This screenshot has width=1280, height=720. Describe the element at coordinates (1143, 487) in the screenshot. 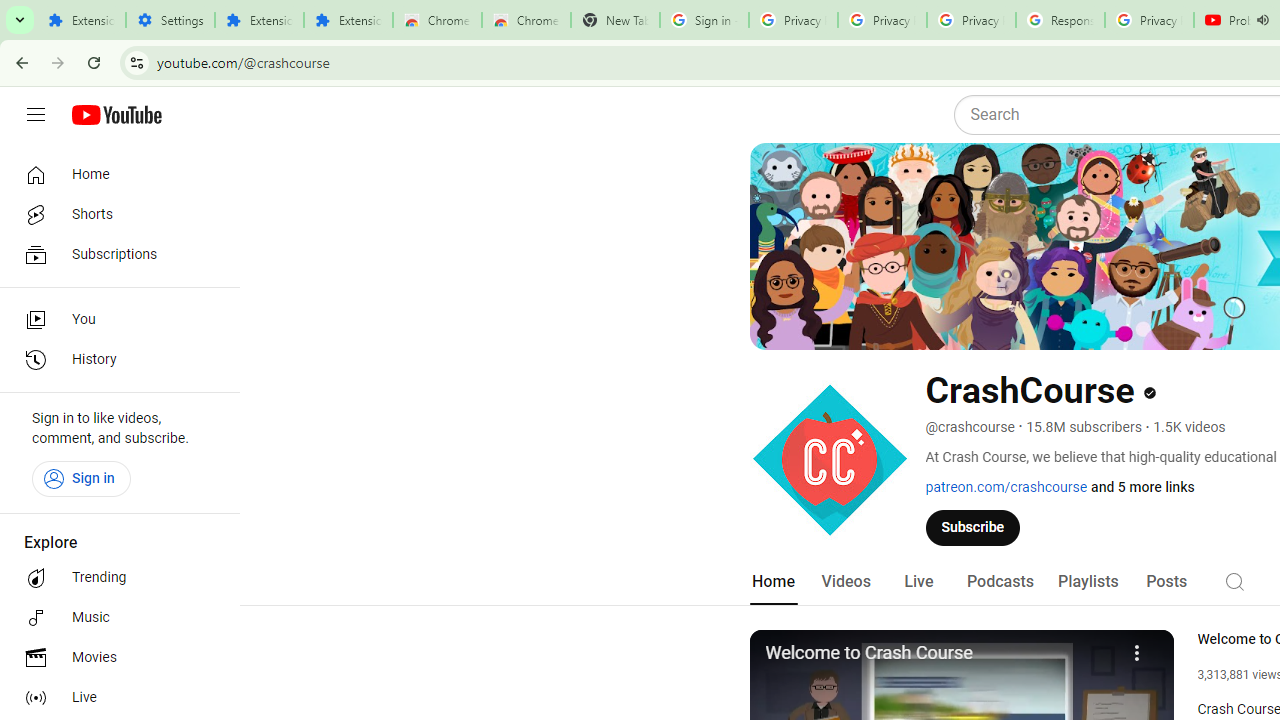

I see `'and 5 more links'` at that location.